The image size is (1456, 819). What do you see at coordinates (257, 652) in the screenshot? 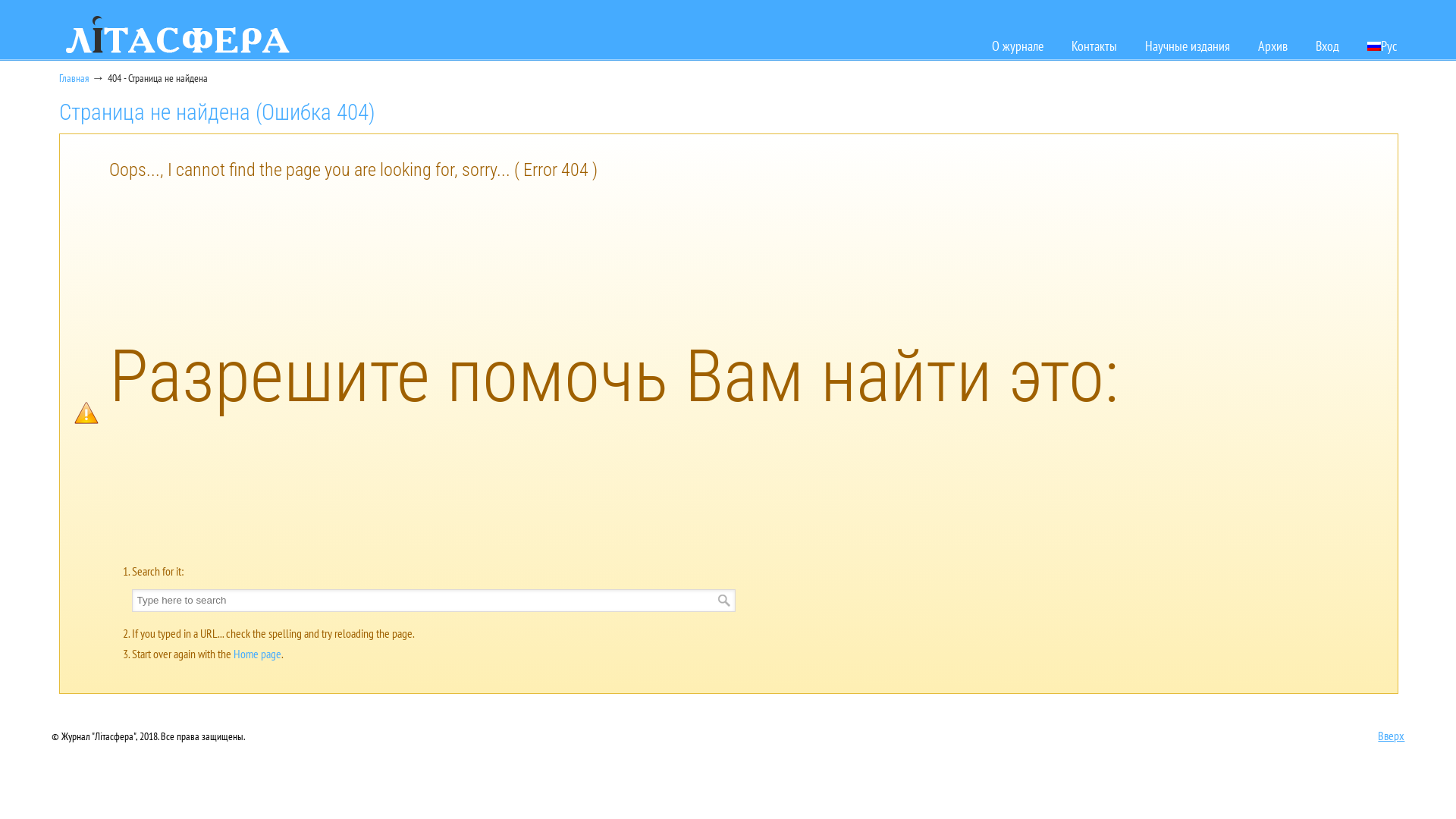
I see `'Home page'` at bounding box center [257, 652].